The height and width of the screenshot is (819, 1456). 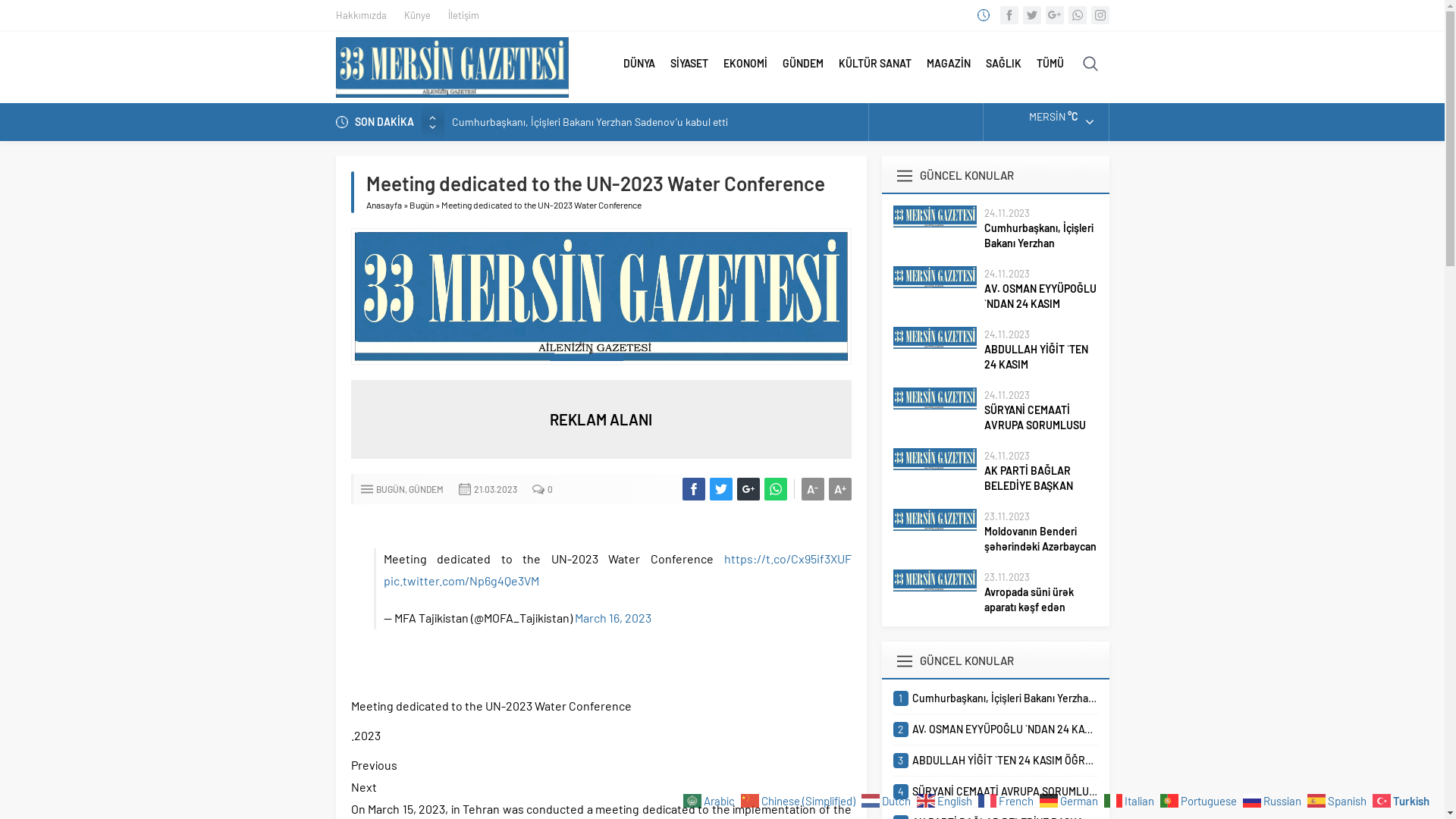 What do you see at coordinates (799, 799) in the screenshot?
I see `'Chinese (Simplified)'` at bounding box center [799, 799].